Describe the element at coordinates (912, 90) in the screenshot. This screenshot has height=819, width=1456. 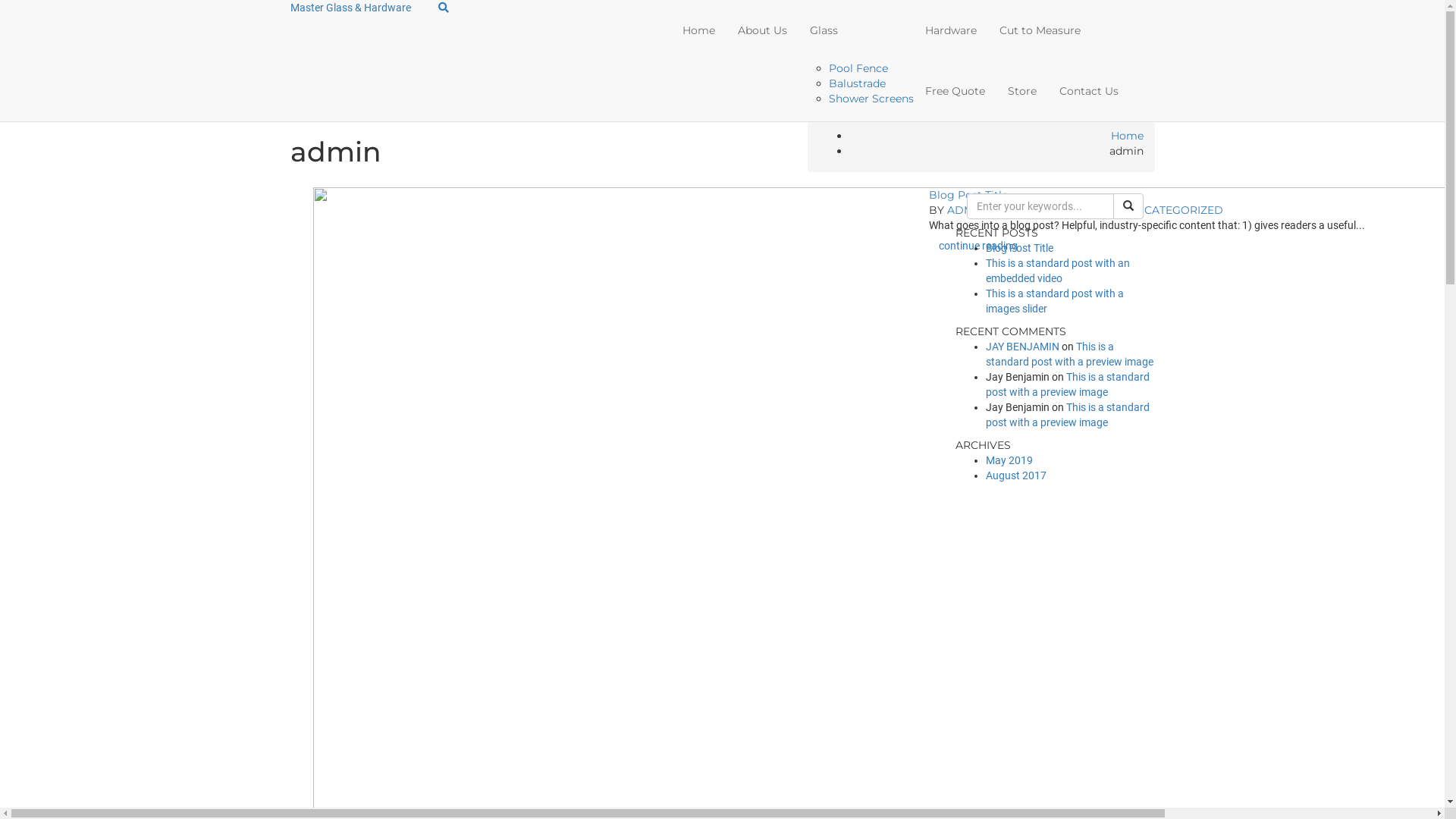
I see `'Free Quote'` at that location.